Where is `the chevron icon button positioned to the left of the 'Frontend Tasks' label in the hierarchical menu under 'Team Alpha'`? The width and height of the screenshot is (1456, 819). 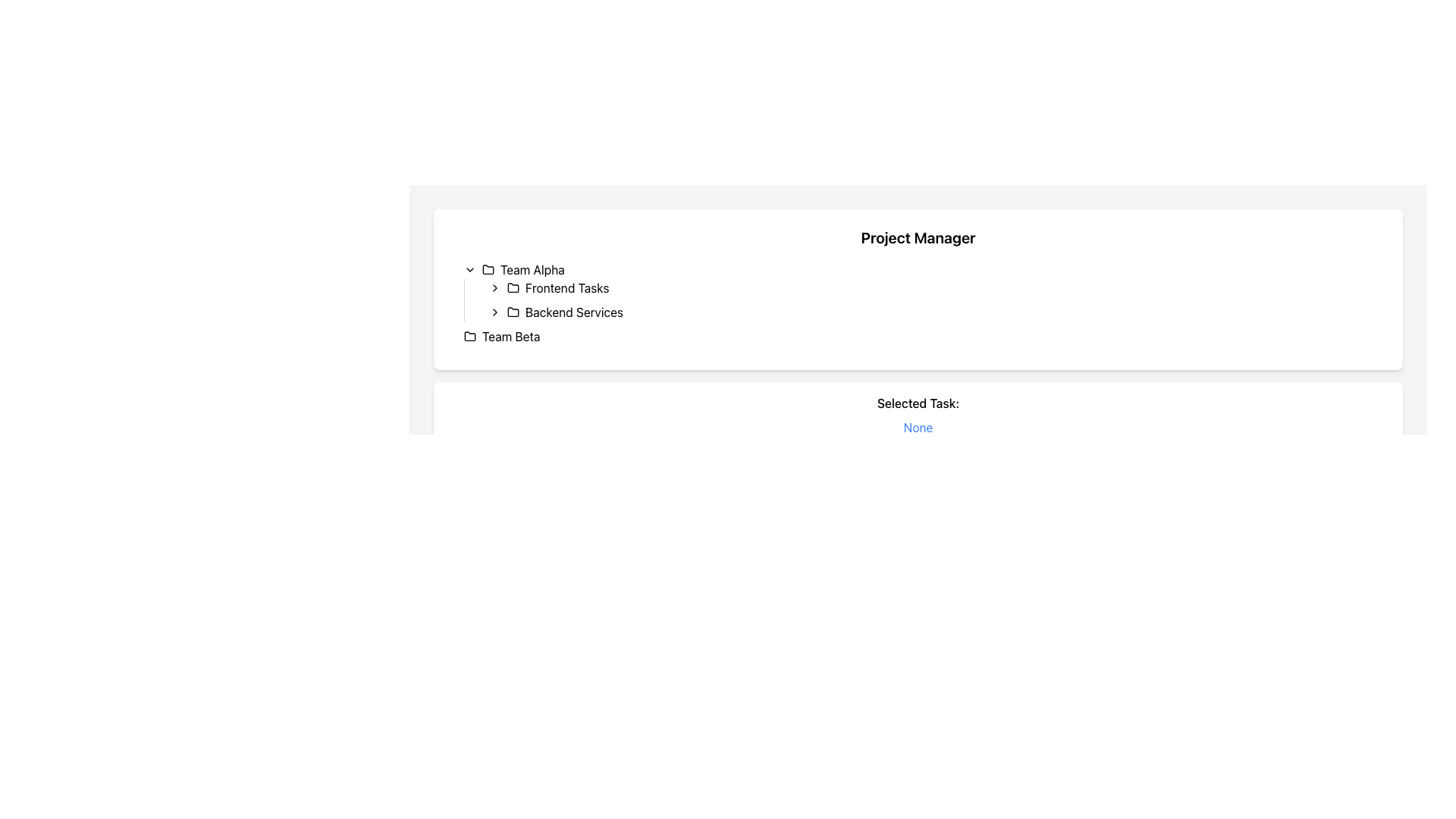 the chevron icon button positioned to the left of the 'Frontend Tasks' label in the hierarchical menu under 'Team Alpha' is located at coordinates (494, 288).